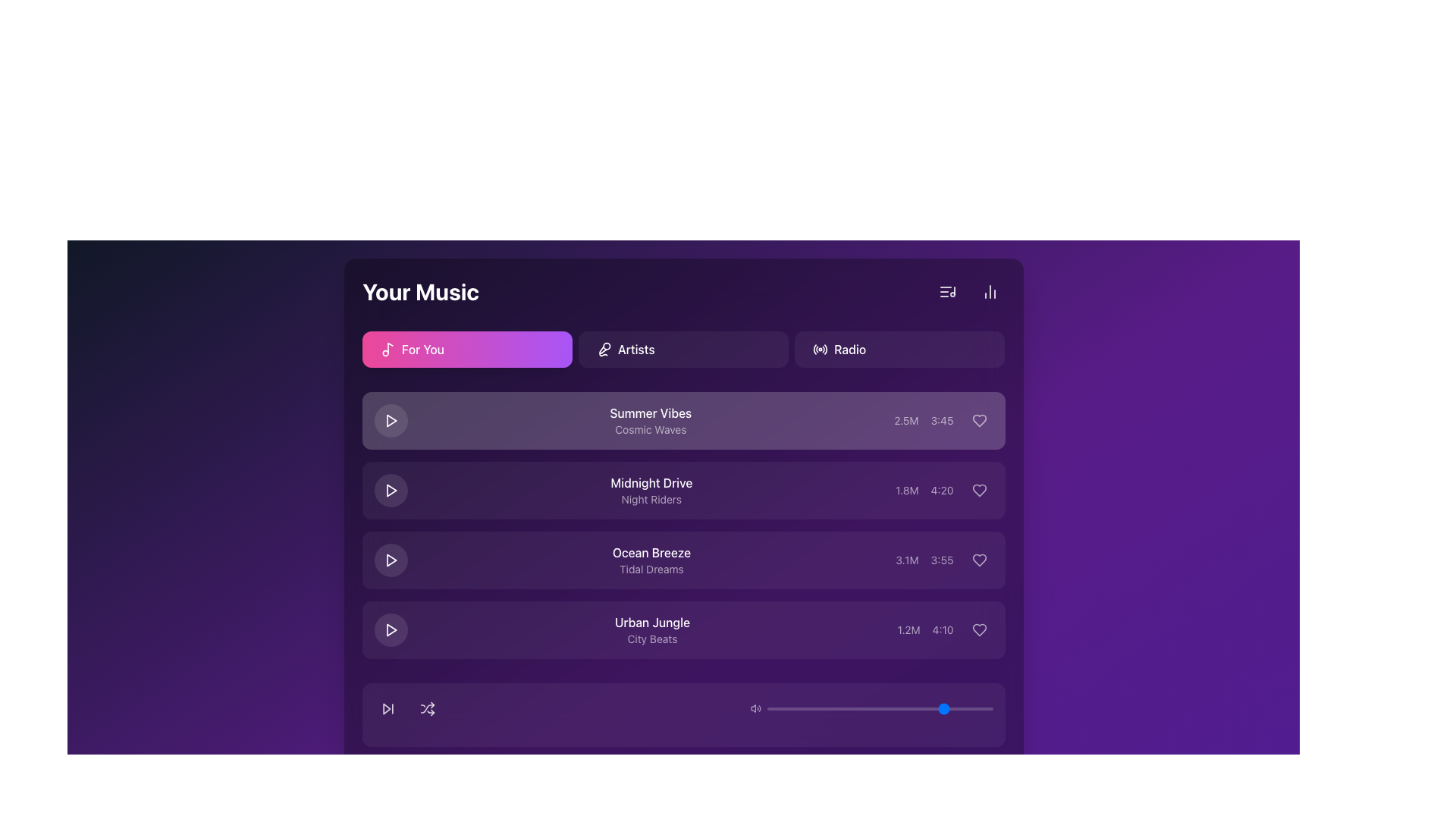 The image size is (1456, 819). Describe the element at coordinates (682, 629) in the screenshot. I see `the fourth list item containing the play button, track title 'Urban Jungle', and subtitle 'City Beats'` at that location.